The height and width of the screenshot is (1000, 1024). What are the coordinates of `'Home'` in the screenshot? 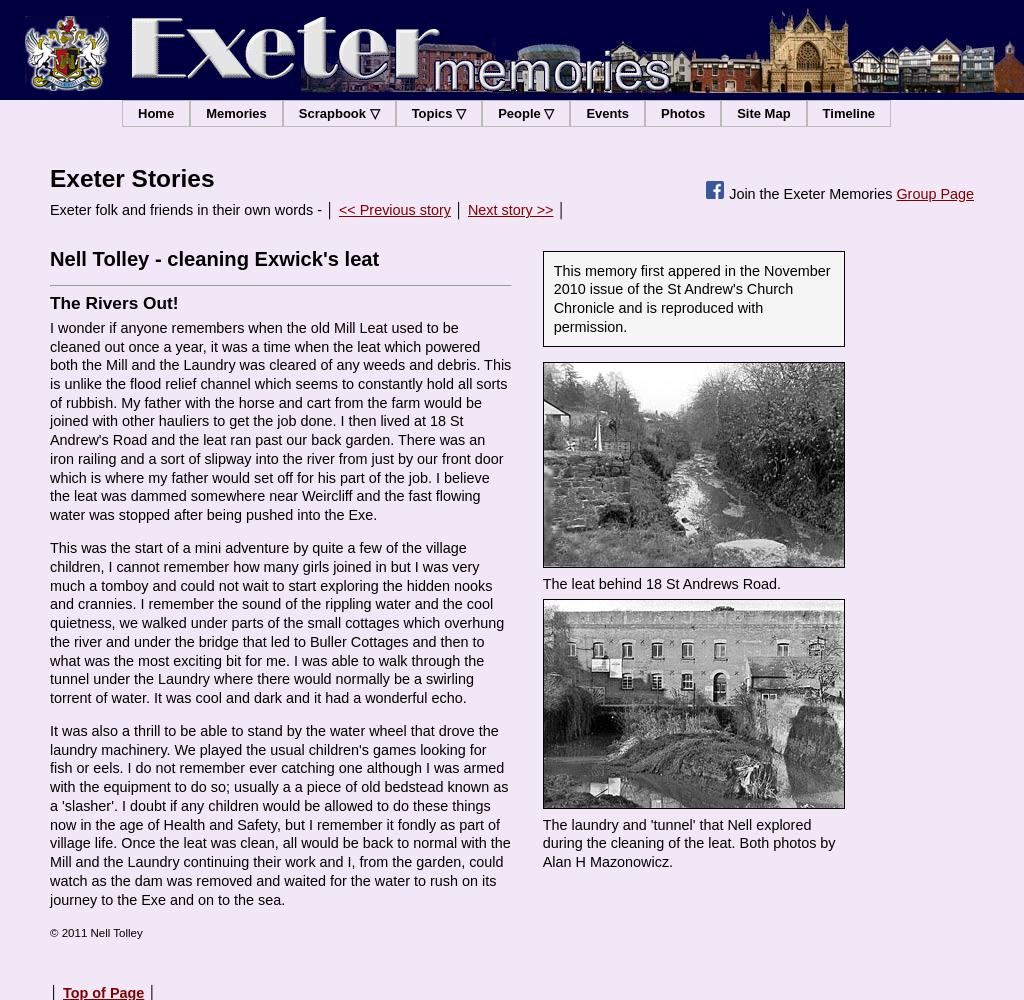 It's located at (154, 112).